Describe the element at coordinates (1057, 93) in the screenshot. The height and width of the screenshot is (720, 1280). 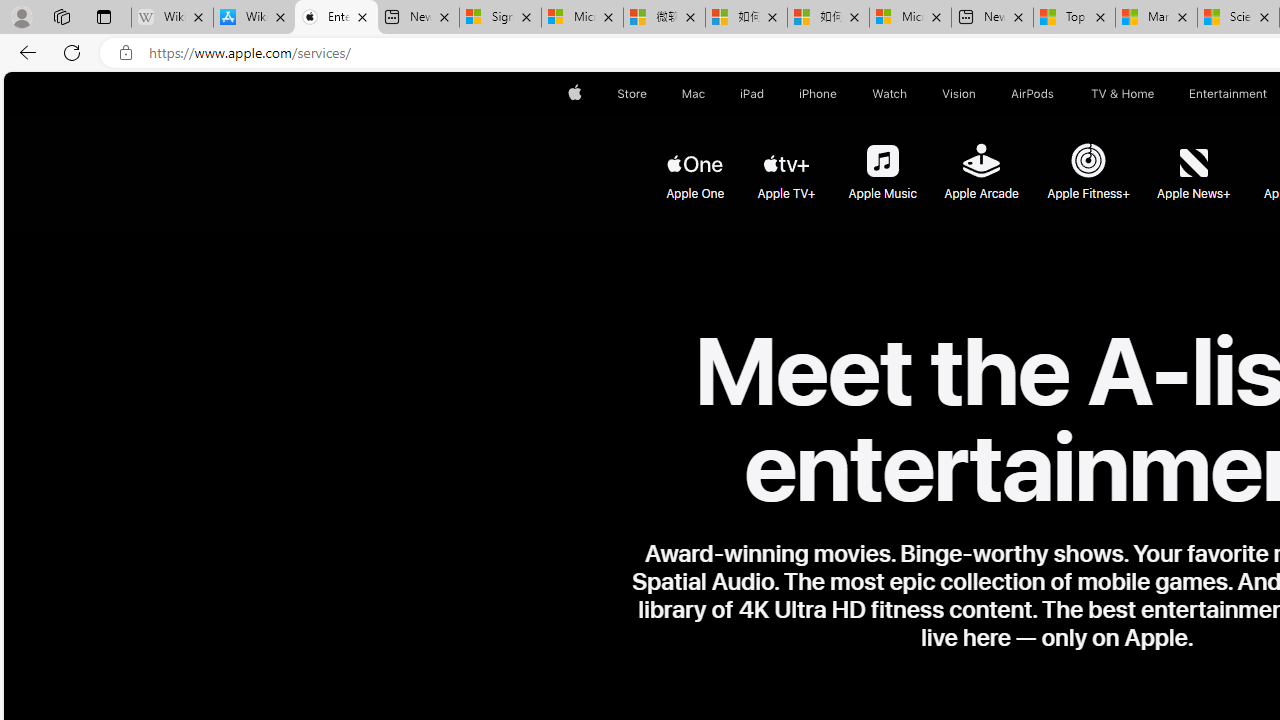
I see `'AirPods menu'` at that location.